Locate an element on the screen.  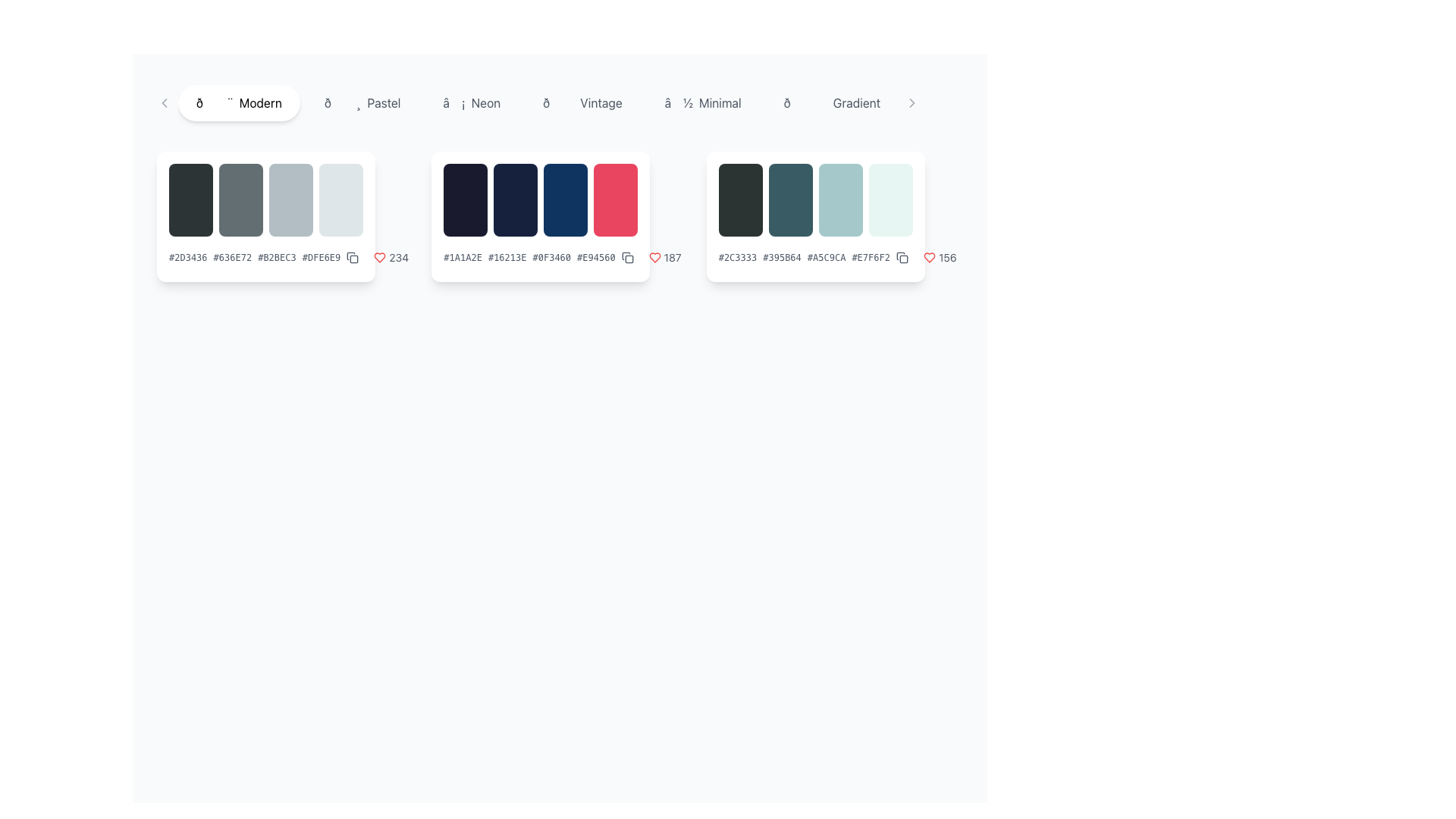
the Text Label displaying the hexadecimal color code '#1A1A2E' to possibly display additional options or effects is located at coordinates (462, 256).